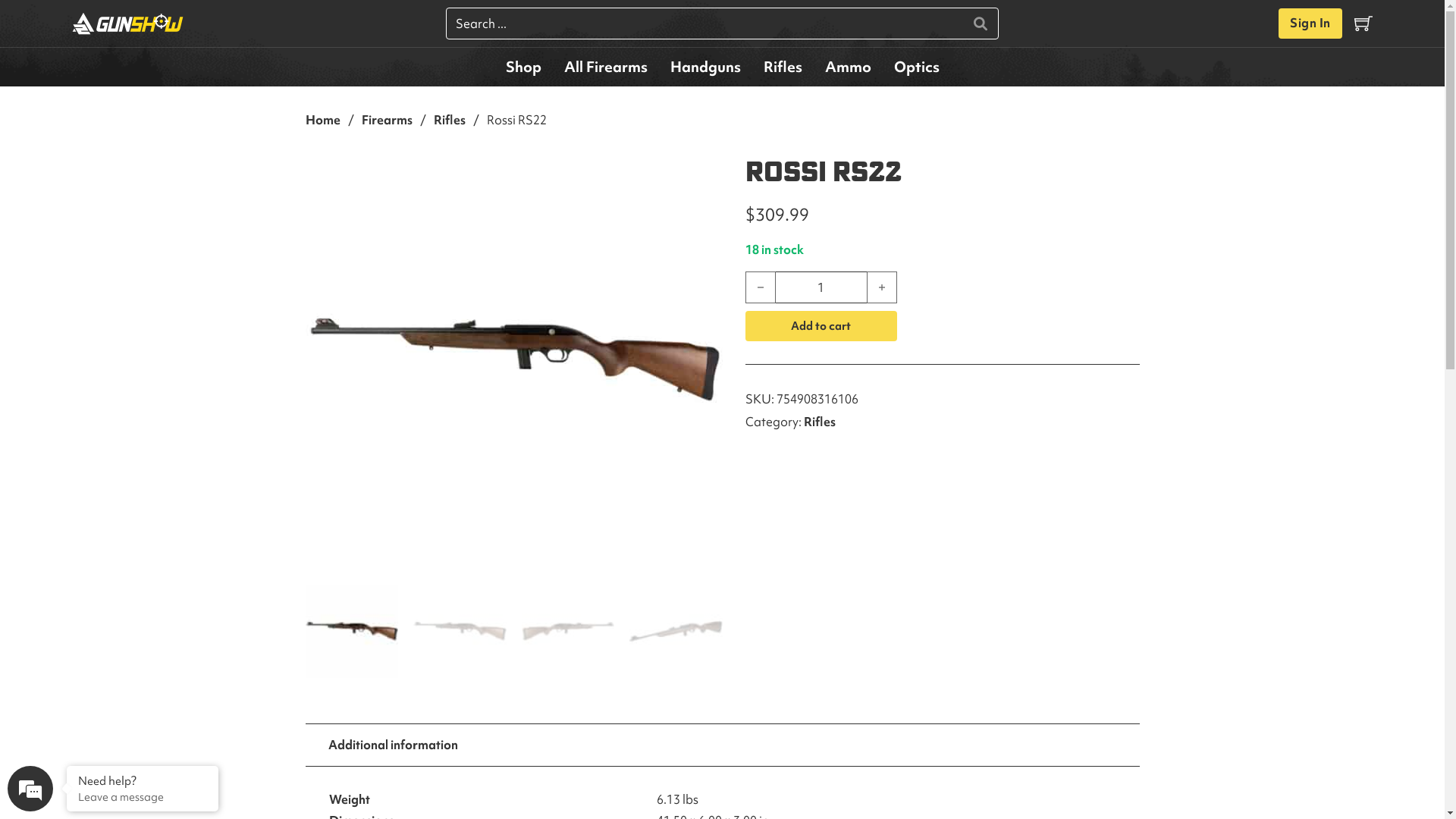 Image resolution: width=1456 pixels, height=819 pixels. What do you see at coordinates (604, 66) in the screenshot?
I see `'All Firearms'` at bounding box center [604, 66].